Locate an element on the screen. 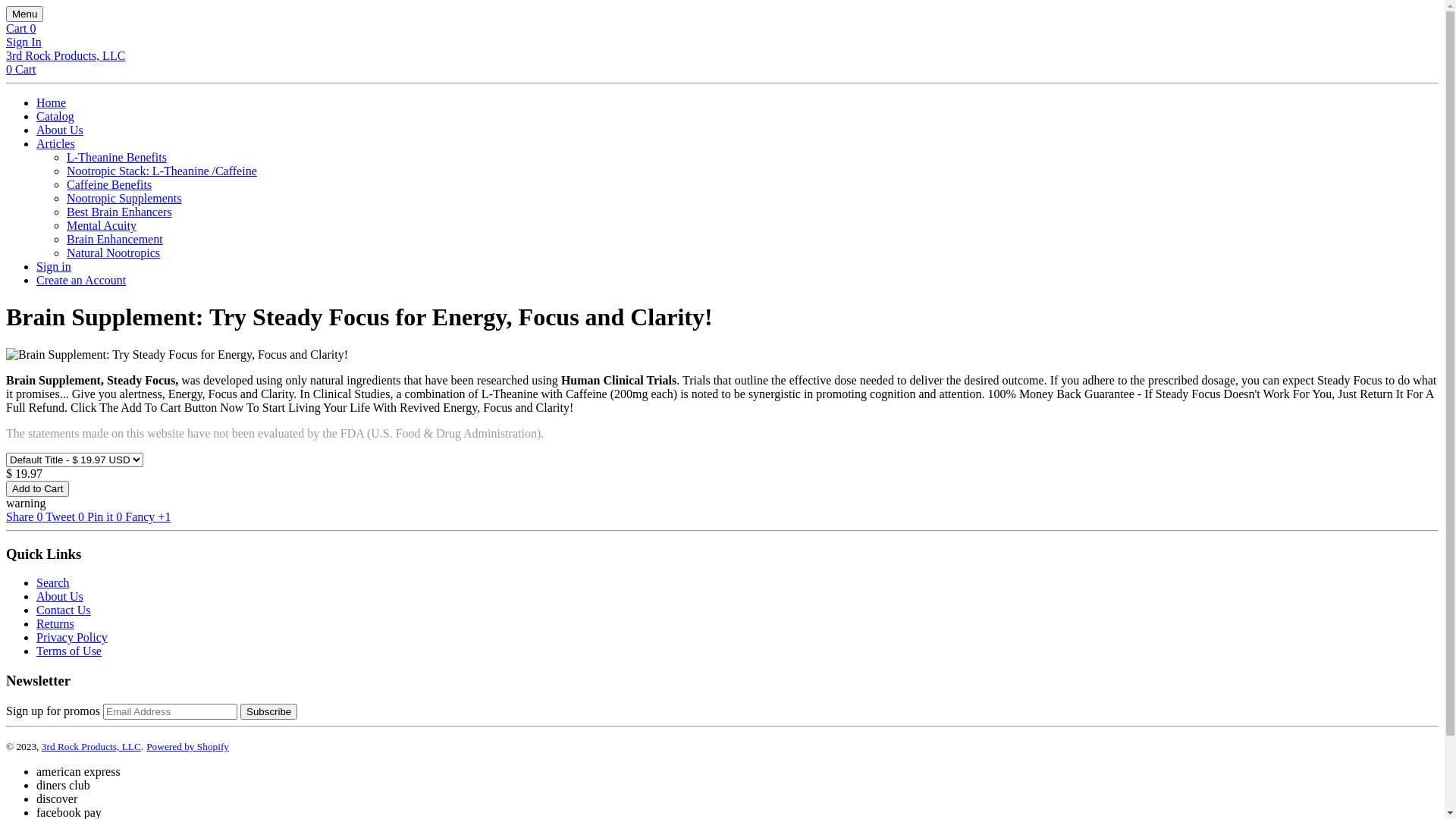 This screenshot has width=1456, height=819. 'Natural Nootropics' is located at coordinates (65, 252).